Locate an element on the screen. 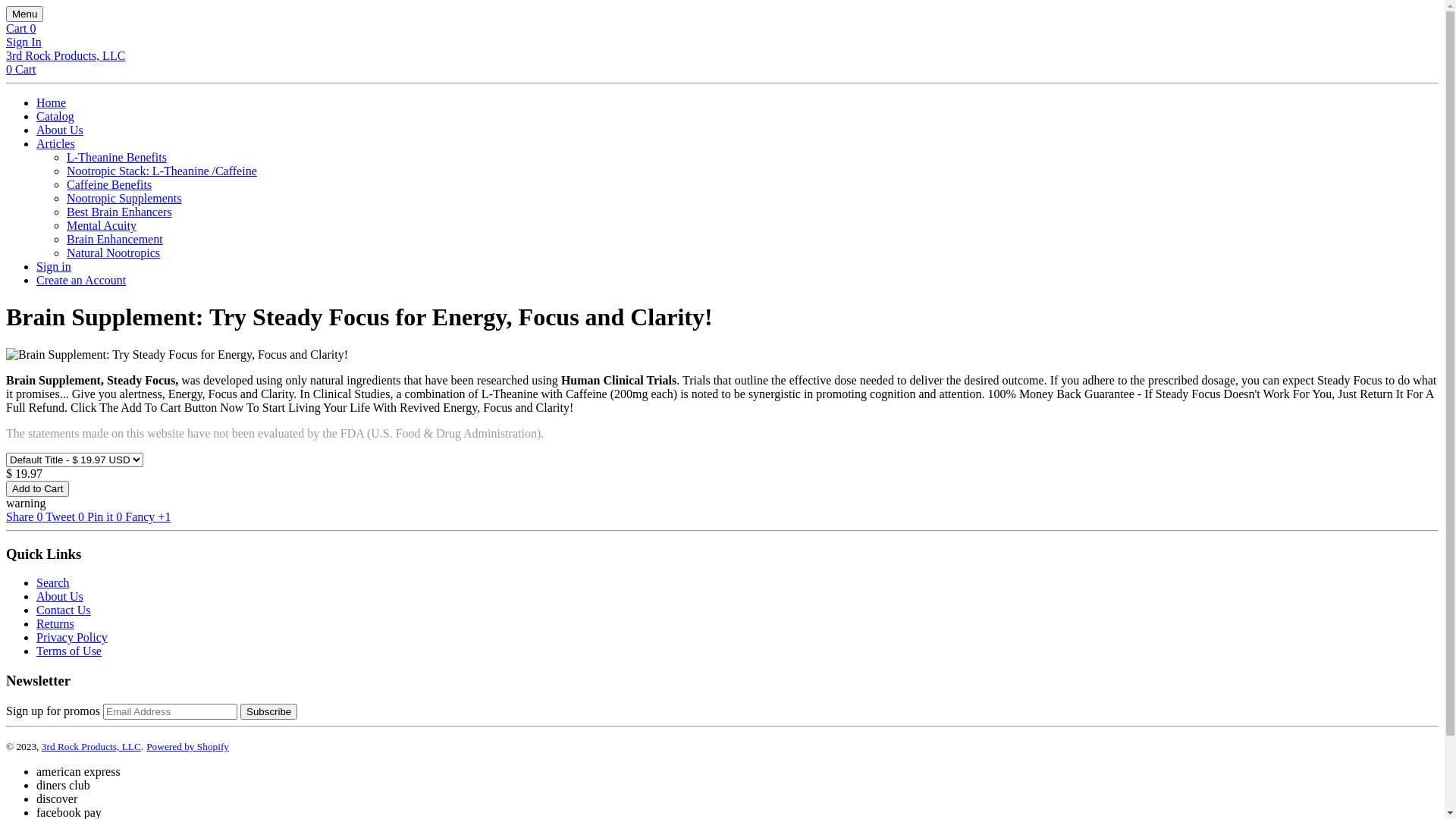 This screenshot has width=1456, height=819. 'Natural Nootropics' is located at coordinates (65, 252).